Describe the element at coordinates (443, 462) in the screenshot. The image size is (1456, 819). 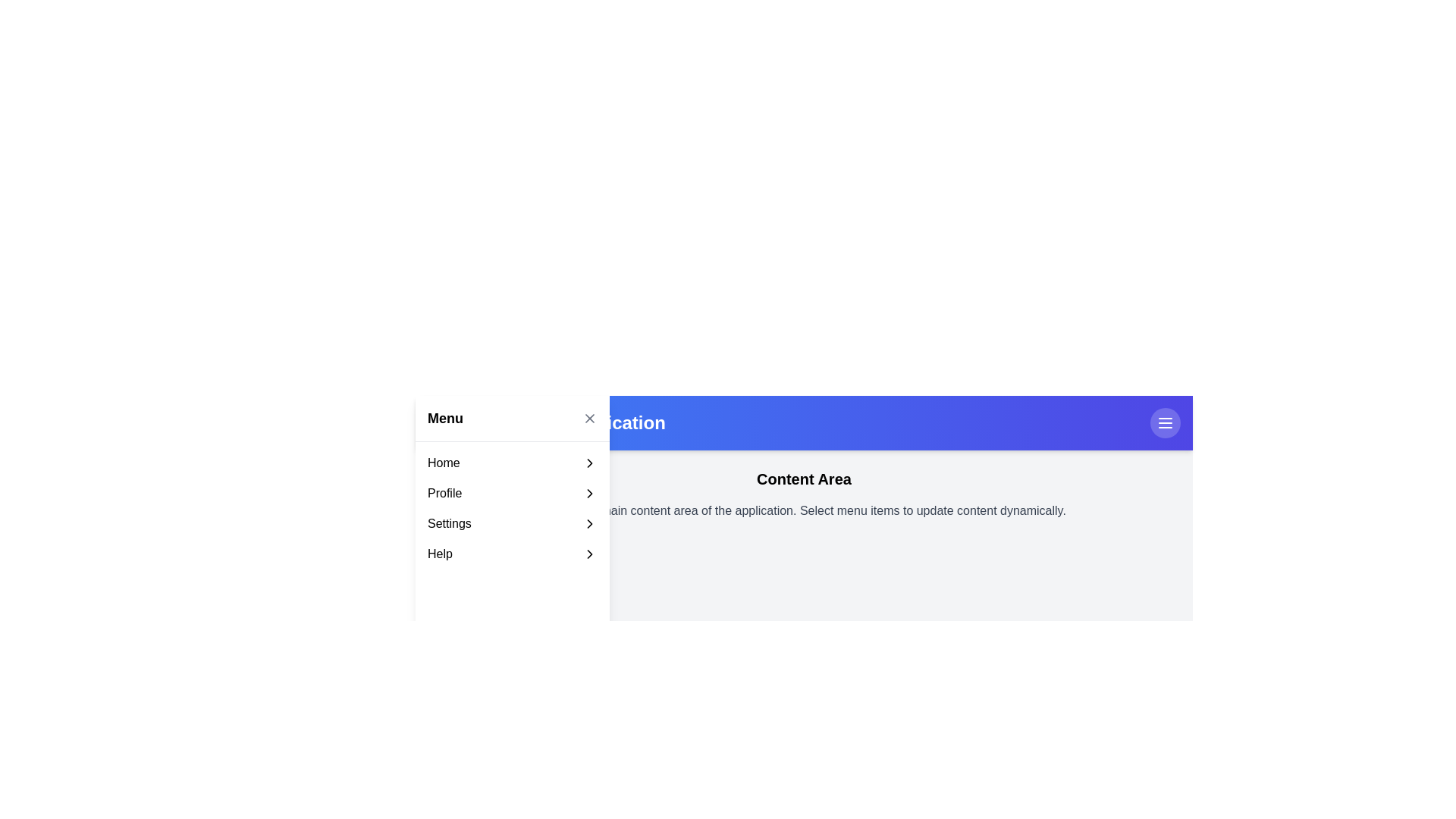
I see `the 'Home' text label located in the primary navigation menu at the top left section of the page` at that location.